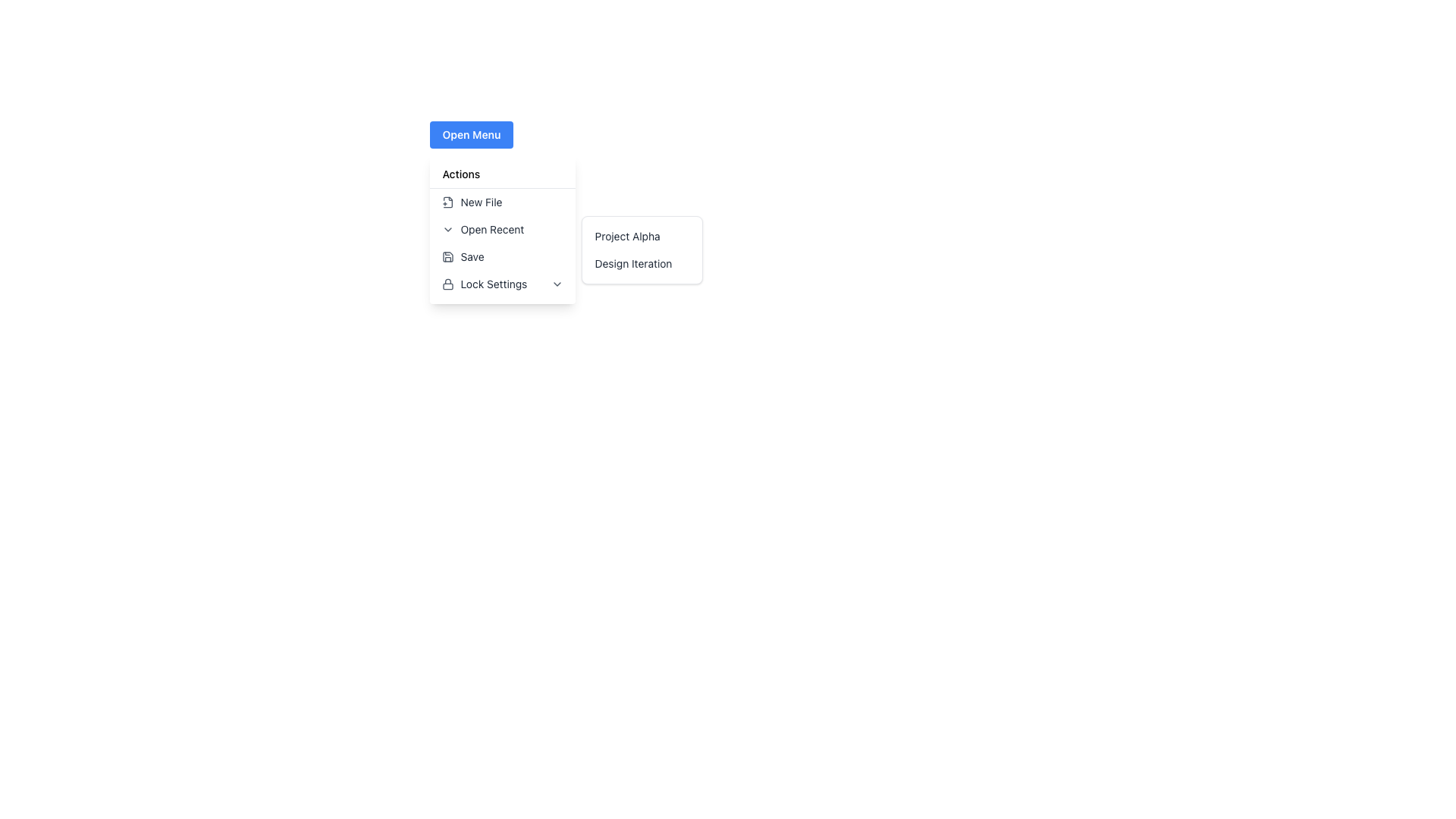  I want to click on the second menu item in the 'Actions' dropdown to create a new file, so click(471, 201).